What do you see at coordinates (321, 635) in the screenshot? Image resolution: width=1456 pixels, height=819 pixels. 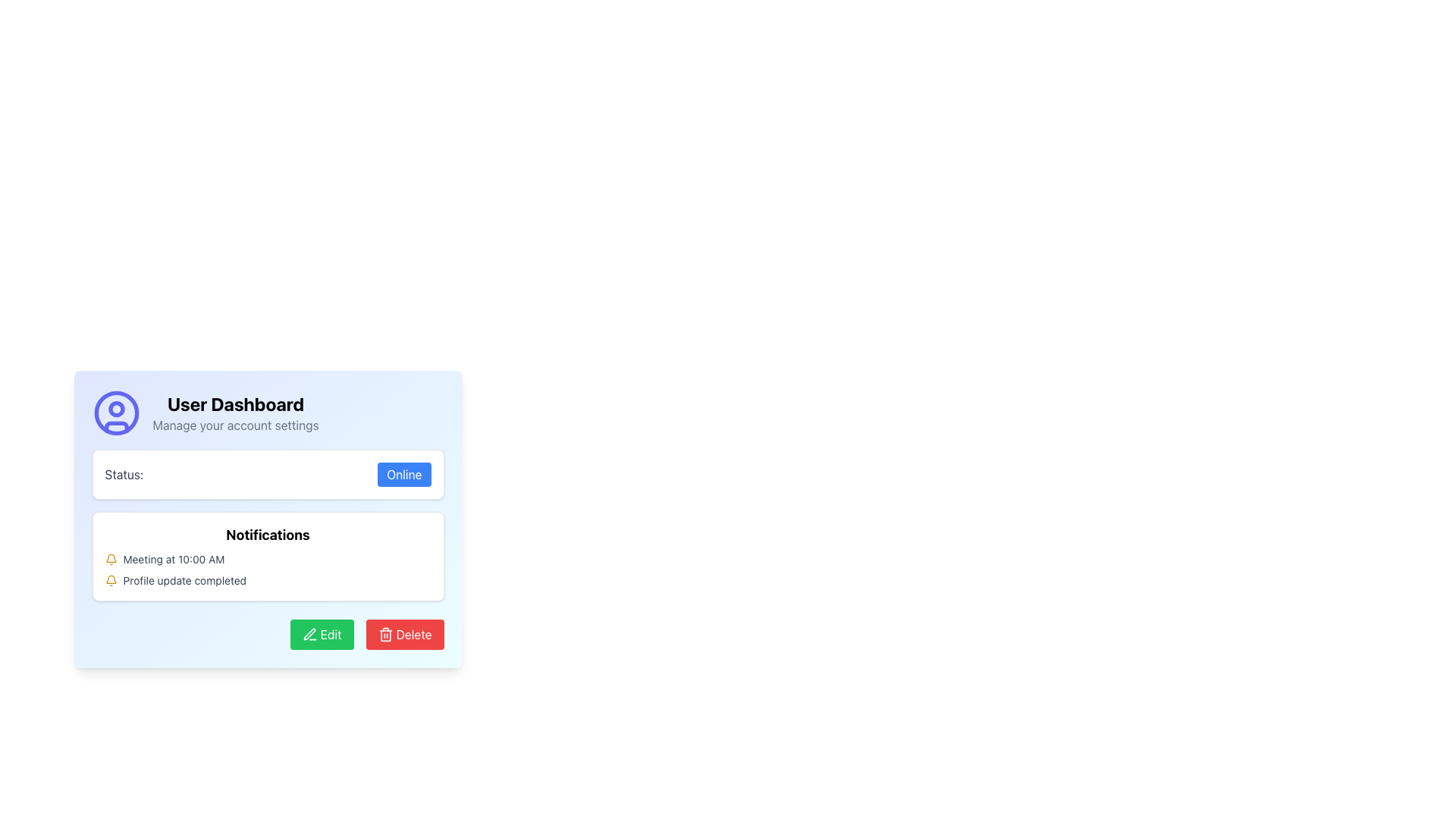 I see `the green rectangular button with rounded edges labeled 'Edit' to initiate editing` at bounding box center [321, 635].